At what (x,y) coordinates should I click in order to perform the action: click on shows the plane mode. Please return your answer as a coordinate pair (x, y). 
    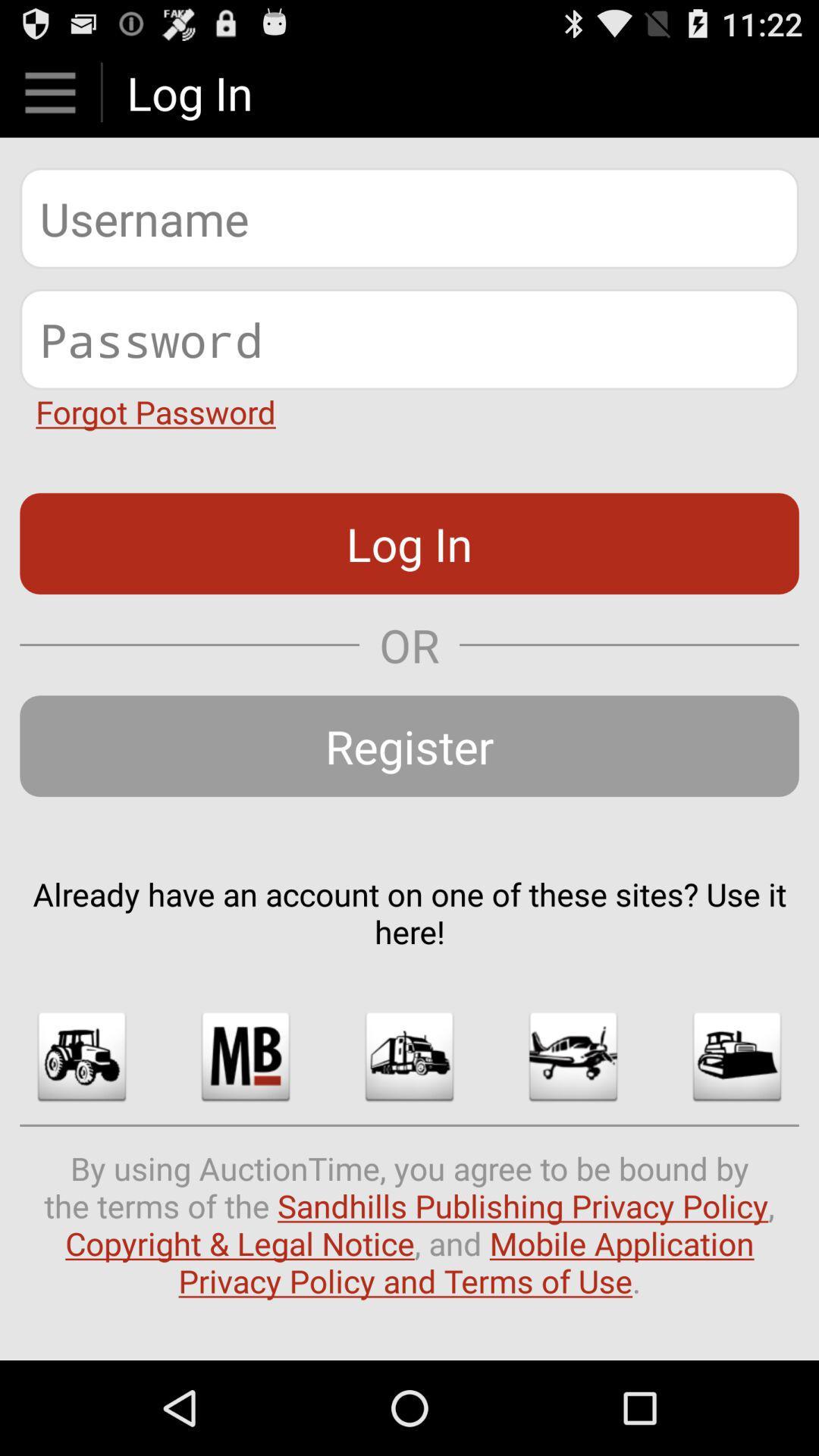
    Looking at the image, I should click on (573, 1056).